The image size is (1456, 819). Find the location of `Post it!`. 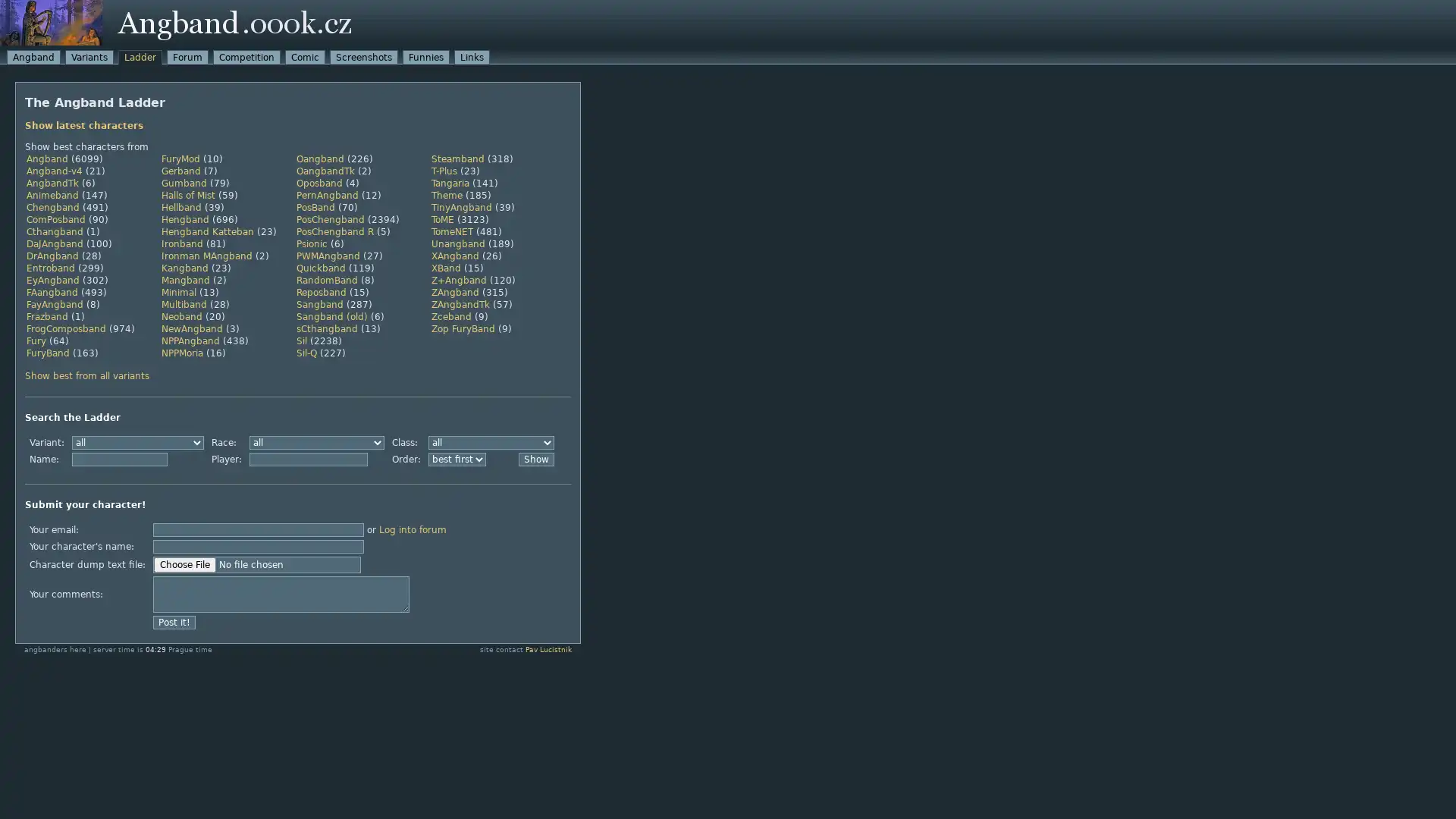

Post it! is located at coordinates (174, 623).